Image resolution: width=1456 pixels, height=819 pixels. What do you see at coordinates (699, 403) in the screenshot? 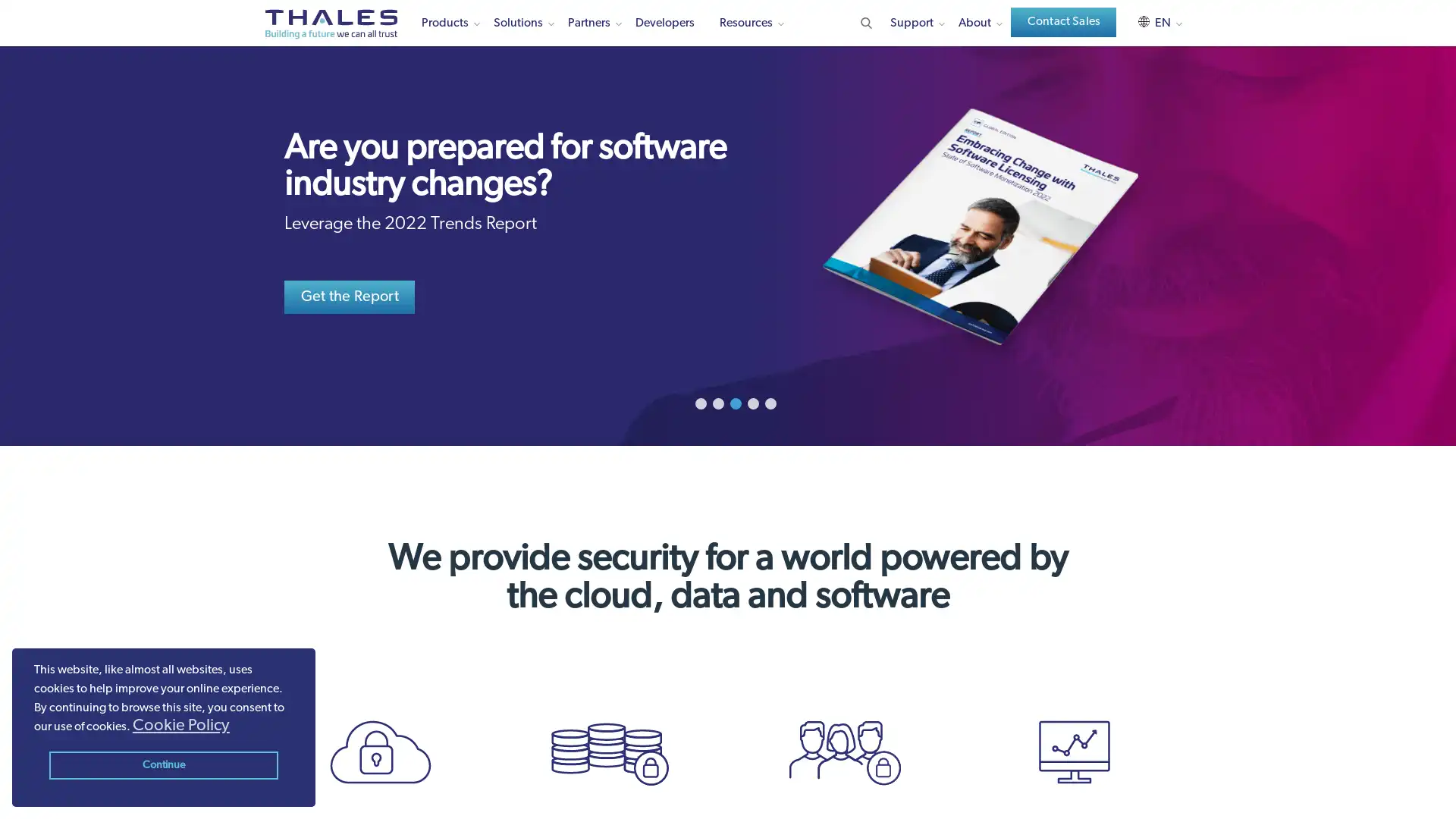
I see `1` at bounding box center [699, 403].